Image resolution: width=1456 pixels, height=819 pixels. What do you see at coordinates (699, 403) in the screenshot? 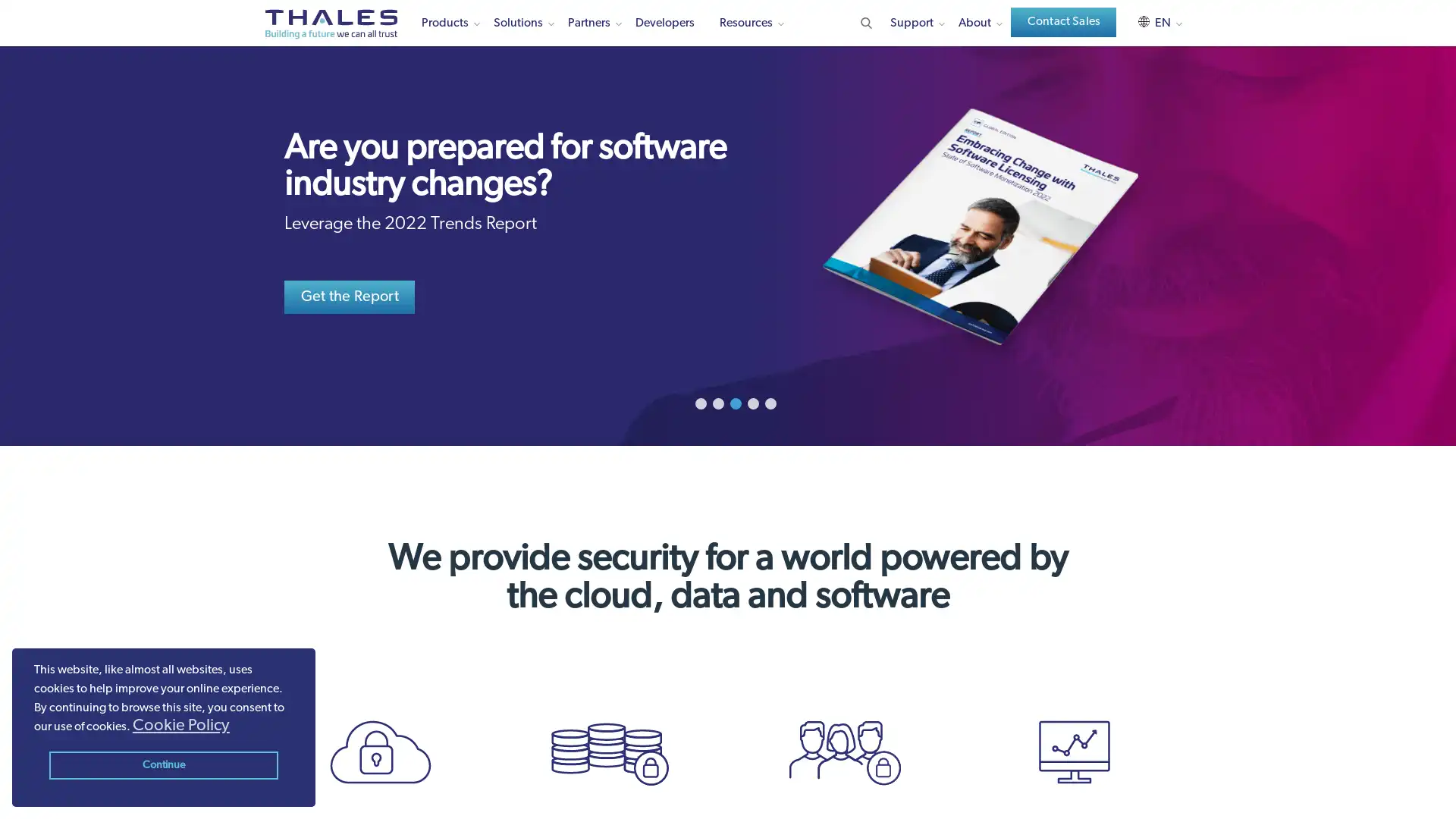
I see `1` at bounding box center [699, 403].